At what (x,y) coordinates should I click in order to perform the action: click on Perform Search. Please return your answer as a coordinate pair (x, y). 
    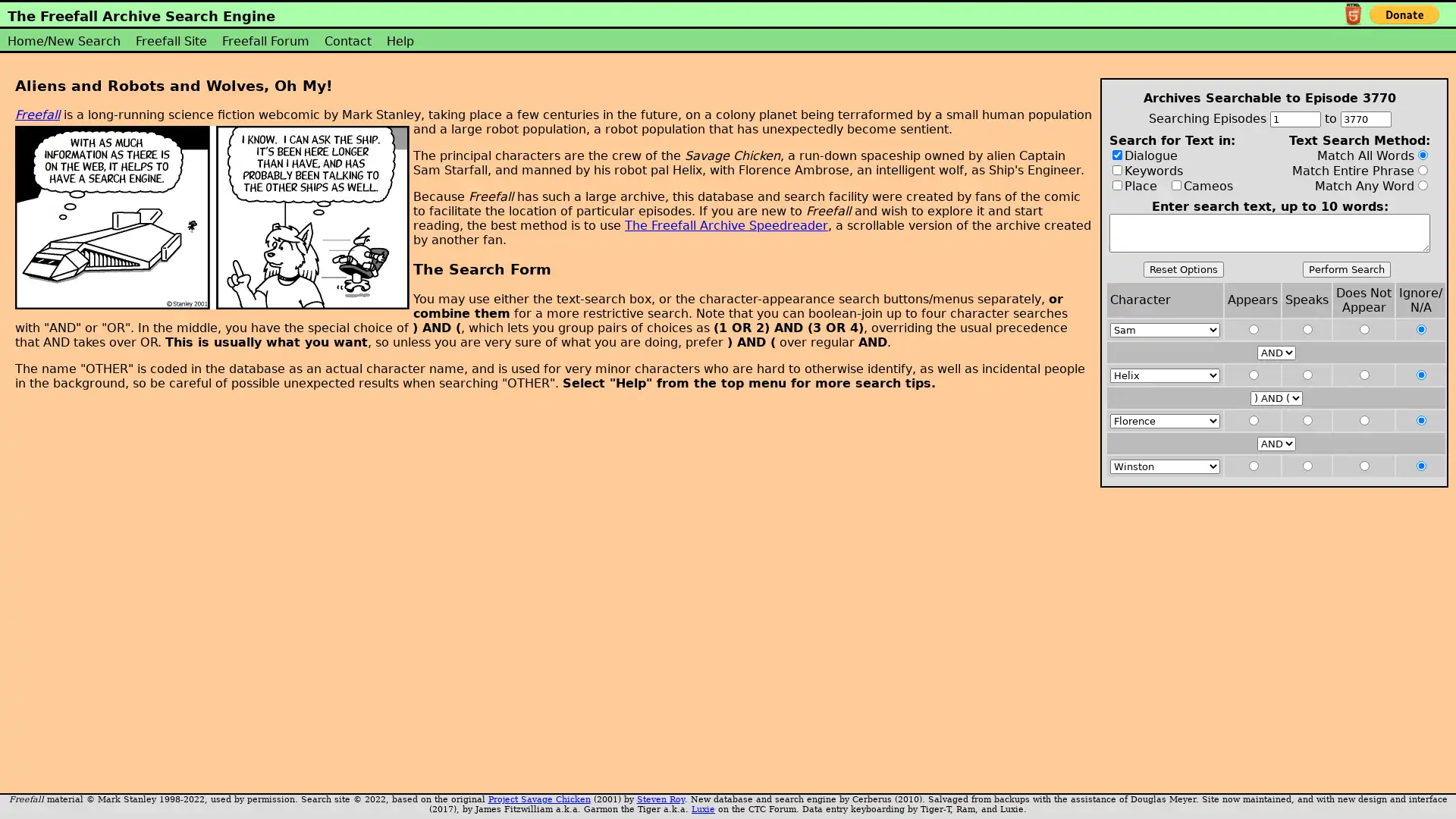
    Looking at the image, I should click on (1347, 268).